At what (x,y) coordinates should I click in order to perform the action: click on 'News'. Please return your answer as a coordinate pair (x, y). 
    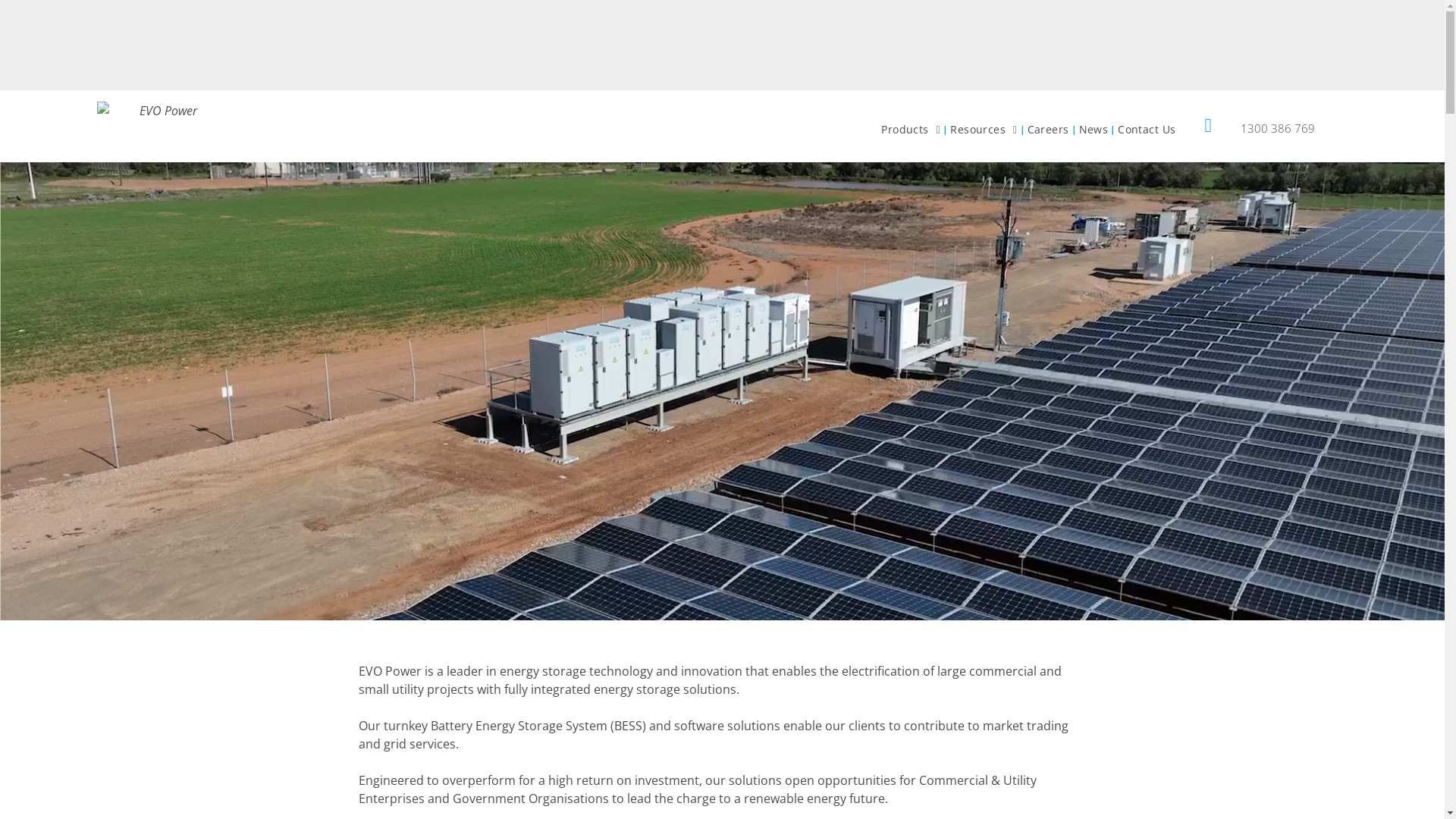
    Looking at the image, I should click on (1094, 128).